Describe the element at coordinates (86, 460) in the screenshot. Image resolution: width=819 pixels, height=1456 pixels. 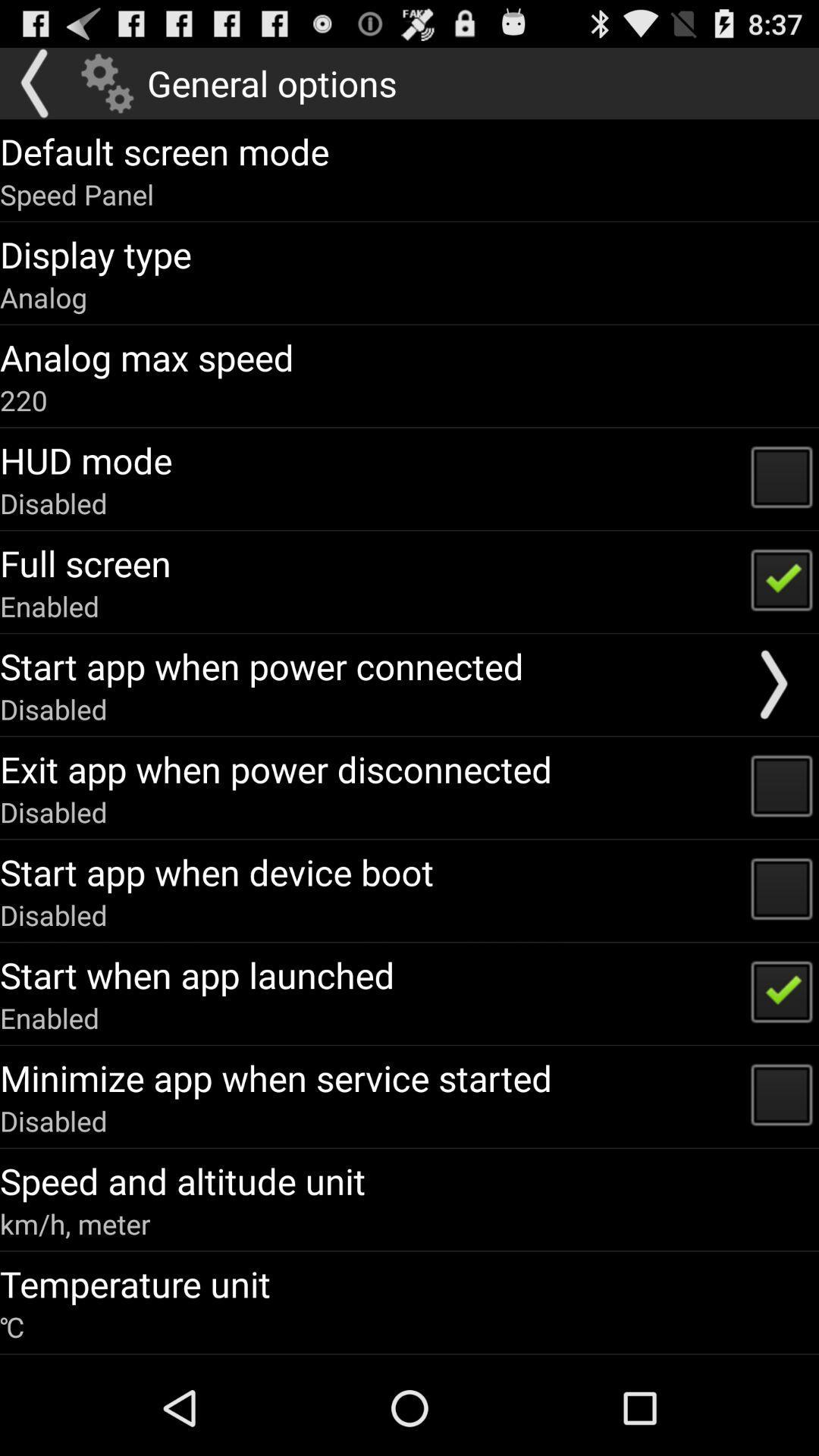
I see `the app below the 220 app` at that location.